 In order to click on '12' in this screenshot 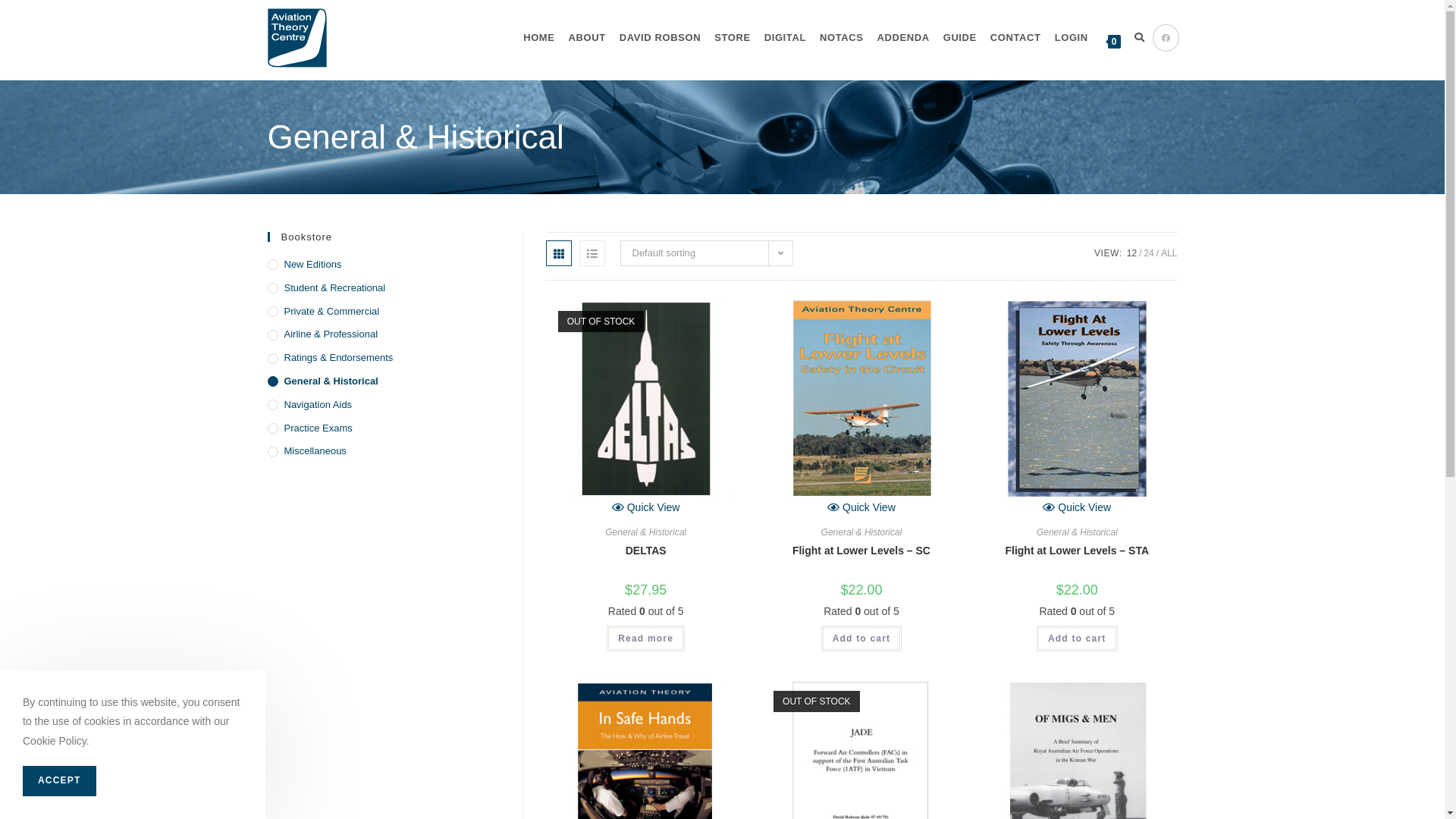, I will do `click(1131, 253)`.